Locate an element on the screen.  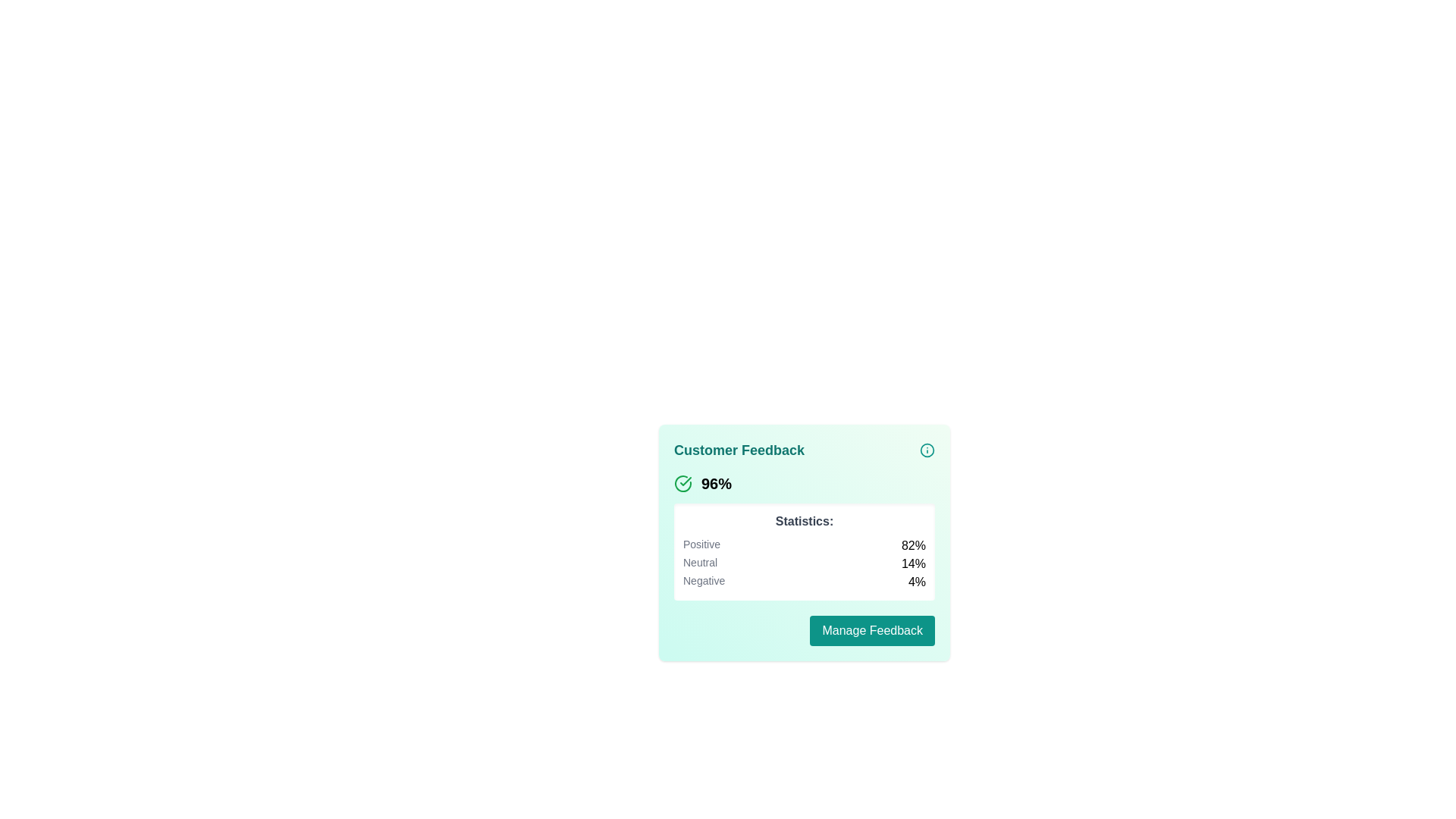
the text label displaying 'Positive' with gray font color, located under 'Statistics' in the feedback summary card is located at coordinates (701, 546).